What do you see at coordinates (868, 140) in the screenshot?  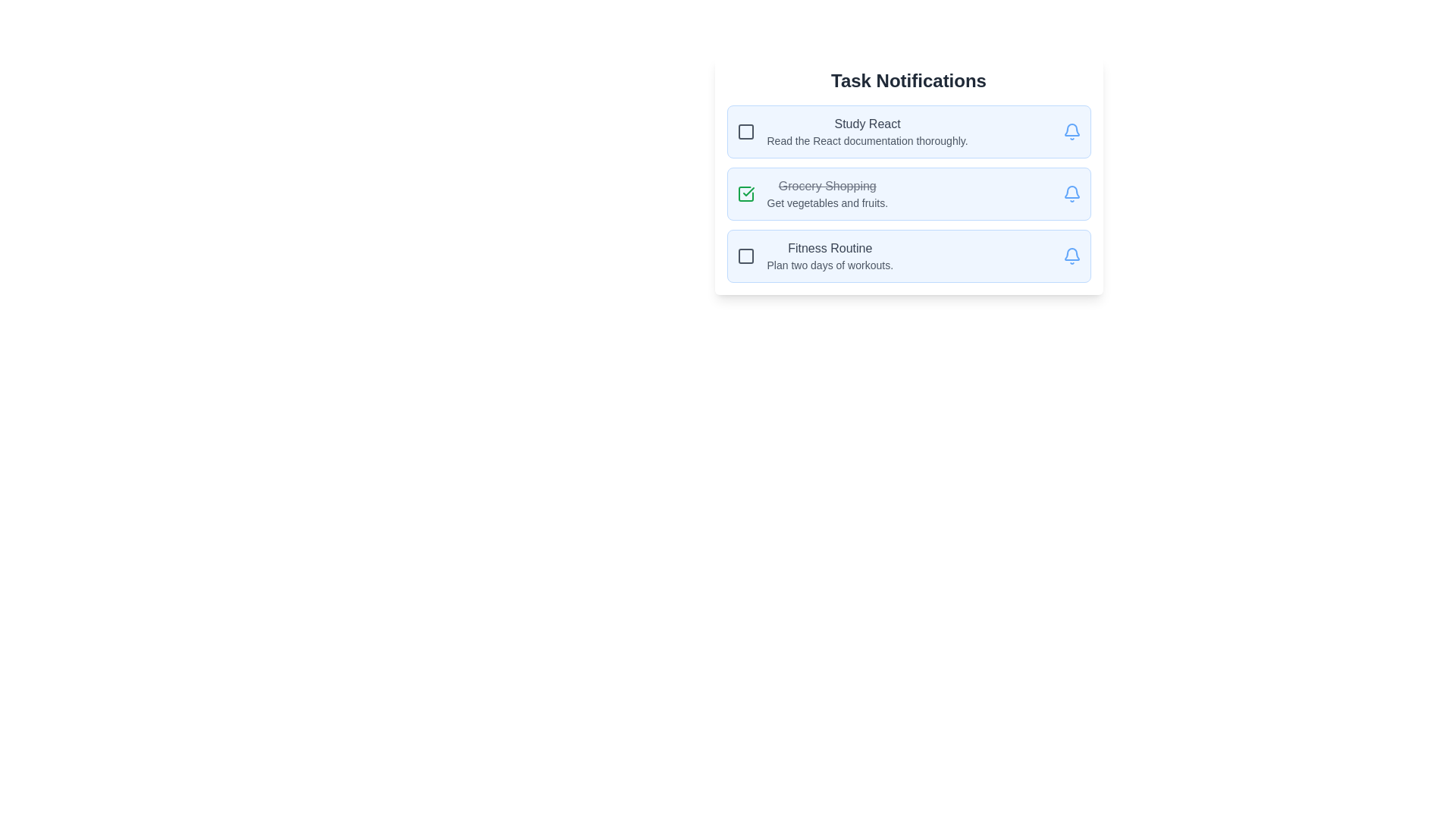 I see `the text element 'Read the React documentation thoroughly.' which is styled in a smaller gray font, located directly below 'Study React' in the first task card of the 'Task Notifications' list` at bounding box center [868, 140].